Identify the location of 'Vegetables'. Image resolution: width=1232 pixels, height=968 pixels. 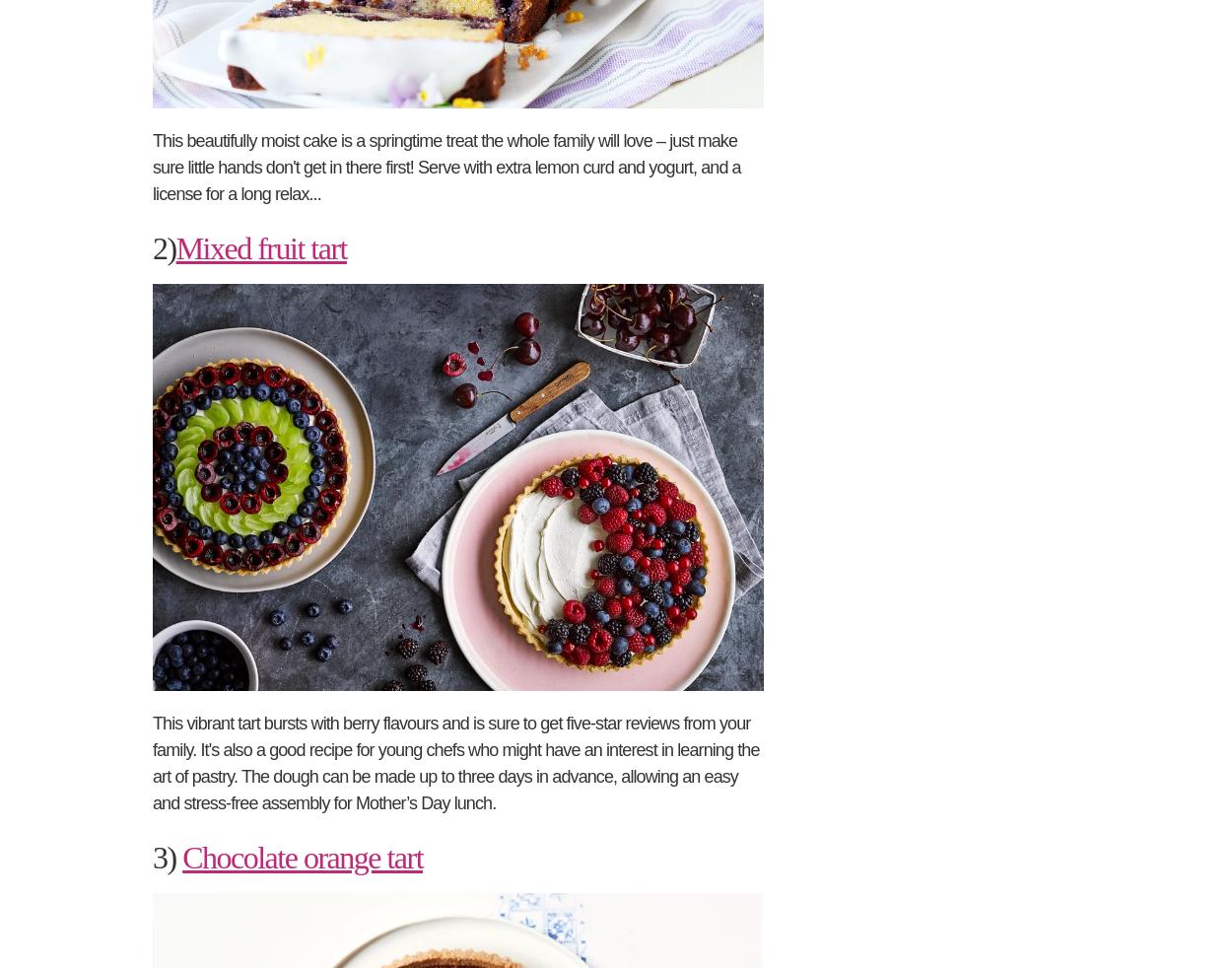
(911, 412).